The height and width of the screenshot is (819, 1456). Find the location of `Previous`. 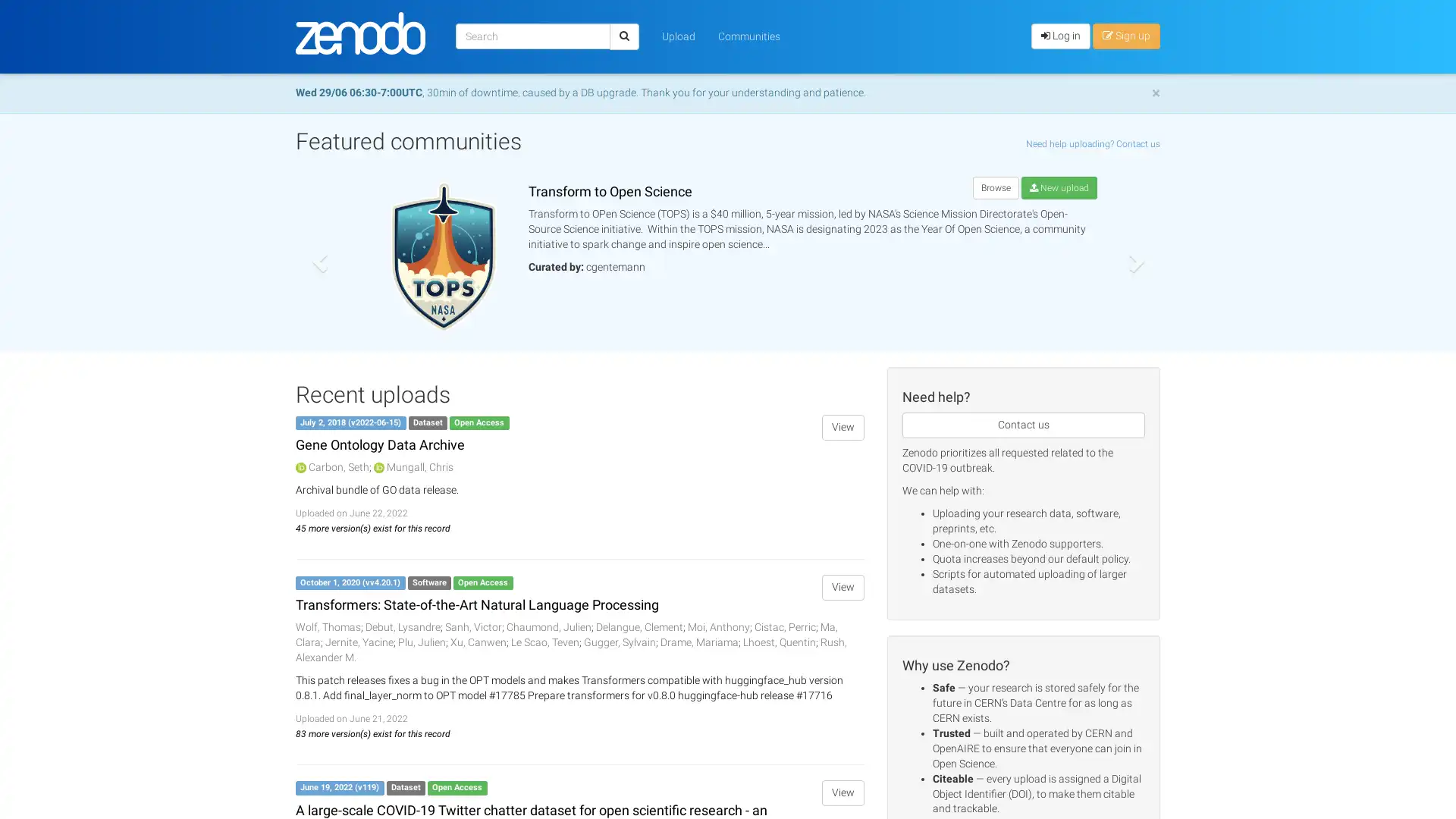

Previous is located at coordinates (316, 256).